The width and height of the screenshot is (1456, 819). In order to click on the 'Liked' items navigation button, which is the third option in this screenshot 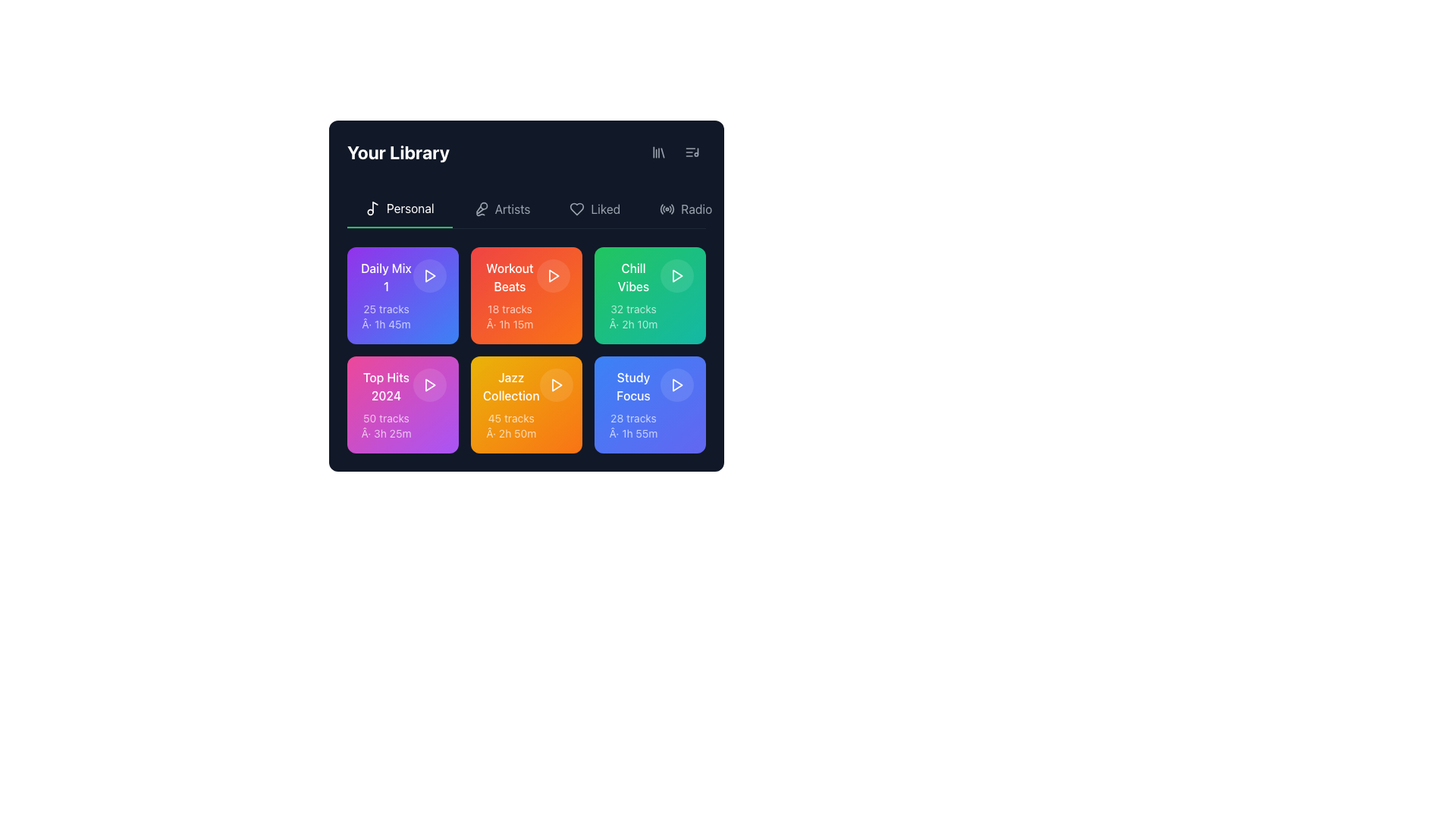, I will do `click(594, 209)`.